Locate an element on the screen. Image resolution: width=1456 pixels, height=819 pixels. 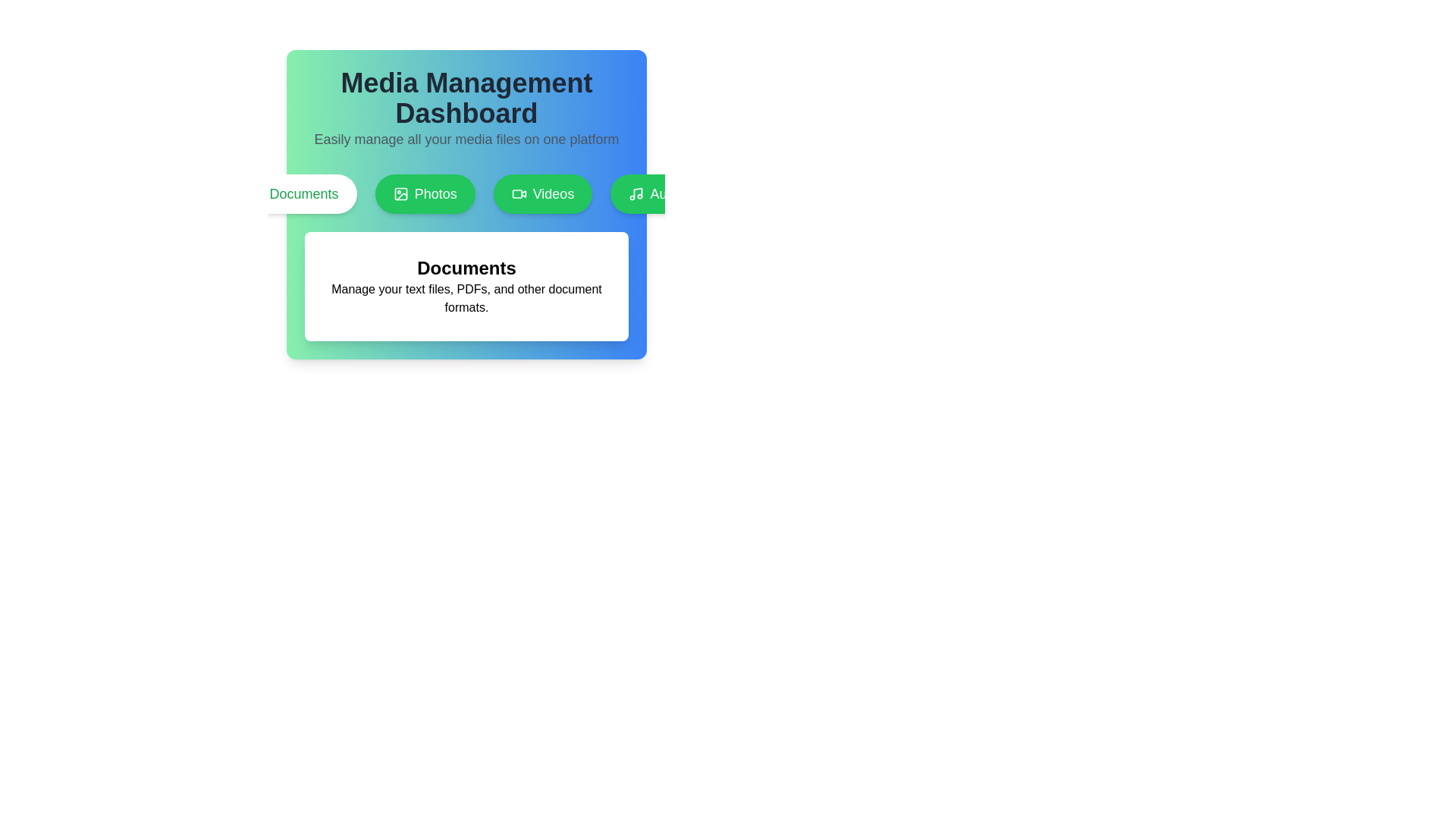
the 'Documents' text label located in the navigation bar of the Media Management Dashboard is located at coordinates (303, 193).